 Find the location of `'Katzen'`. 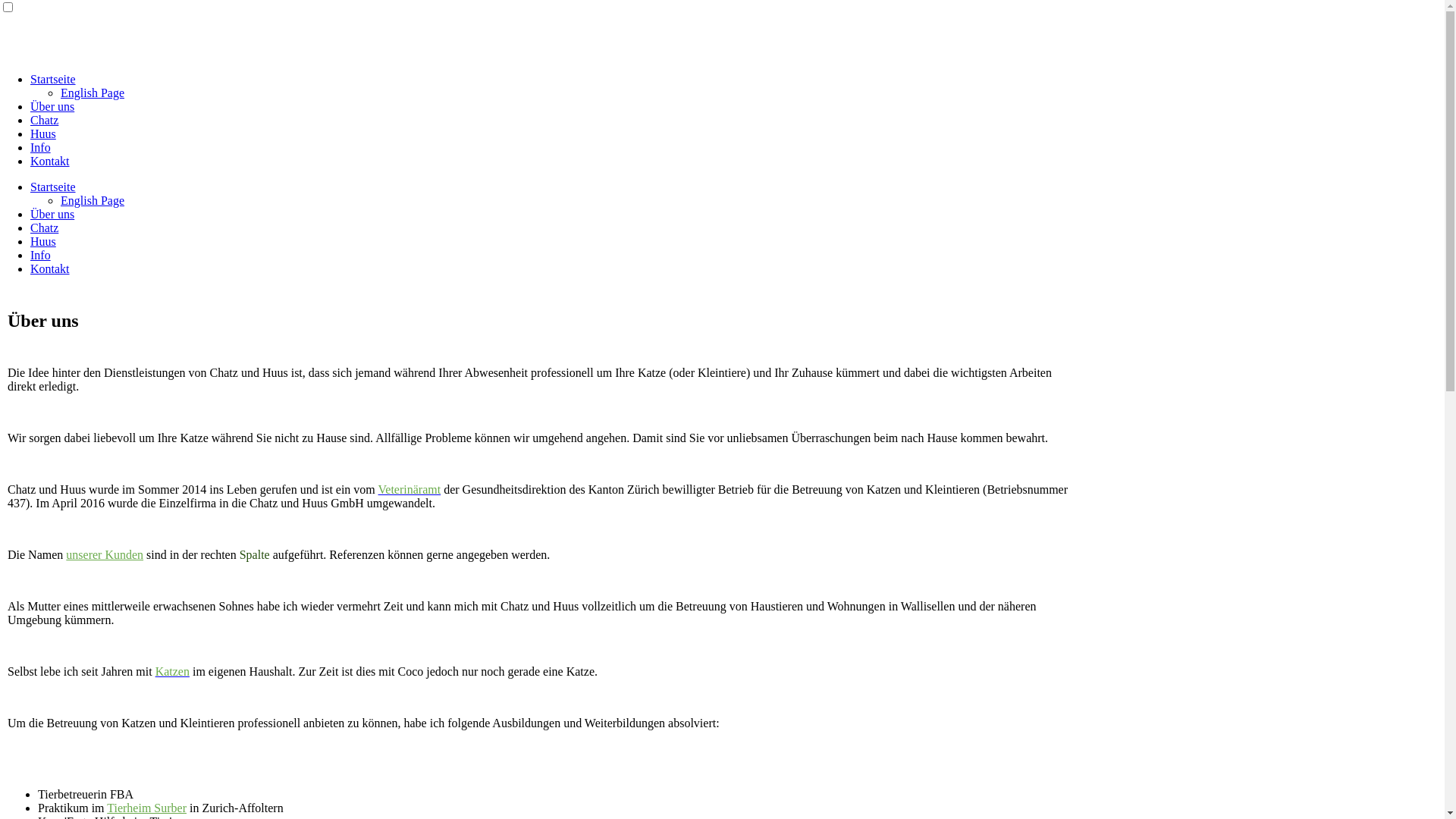

'Katzen' is located at coordinates (172, 670).